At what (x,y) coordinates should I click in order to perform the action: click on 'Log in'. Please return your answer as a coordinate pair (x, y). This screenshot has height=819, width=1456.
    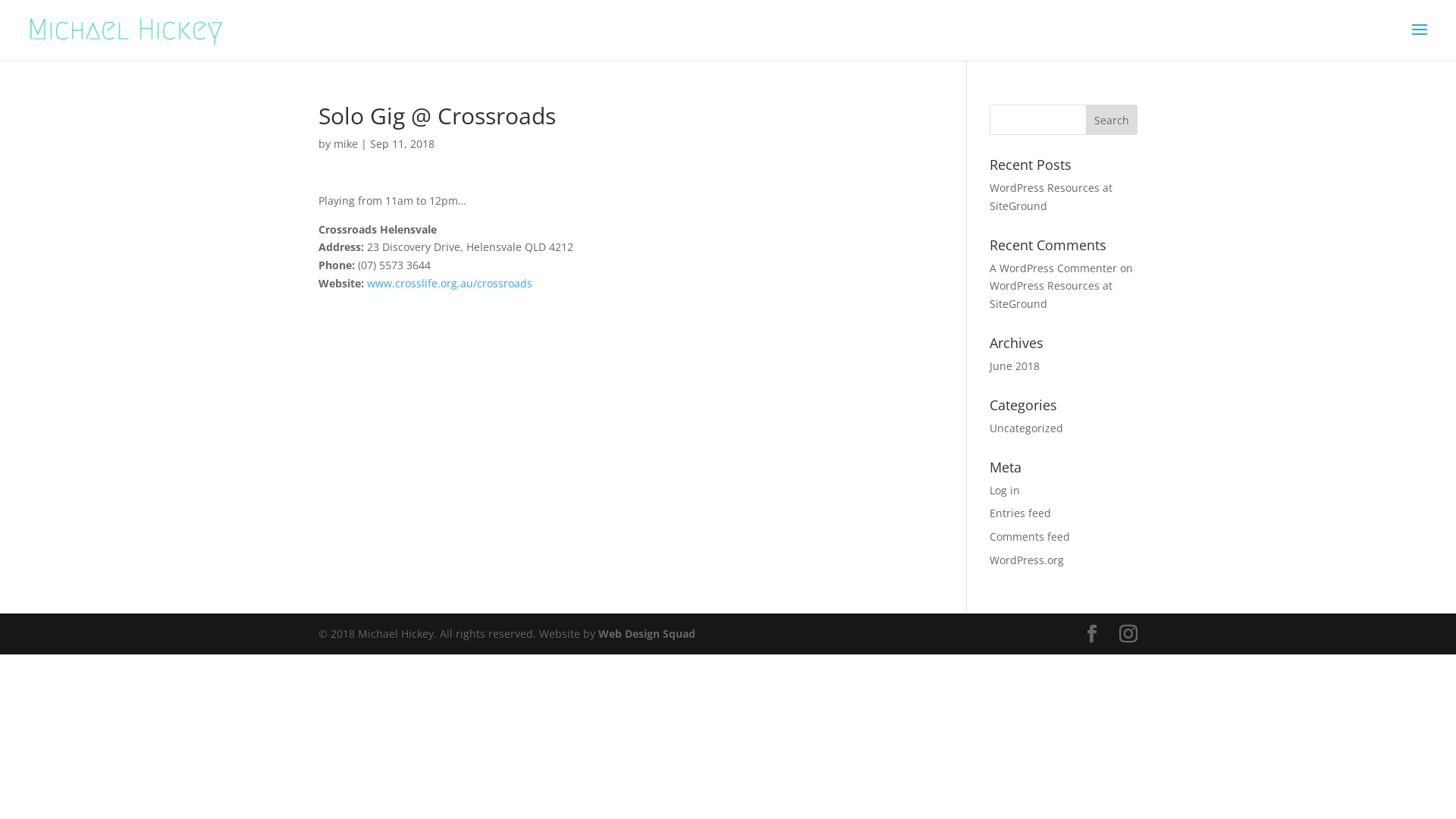
    Looking at the image, I should click on (1004, 490).